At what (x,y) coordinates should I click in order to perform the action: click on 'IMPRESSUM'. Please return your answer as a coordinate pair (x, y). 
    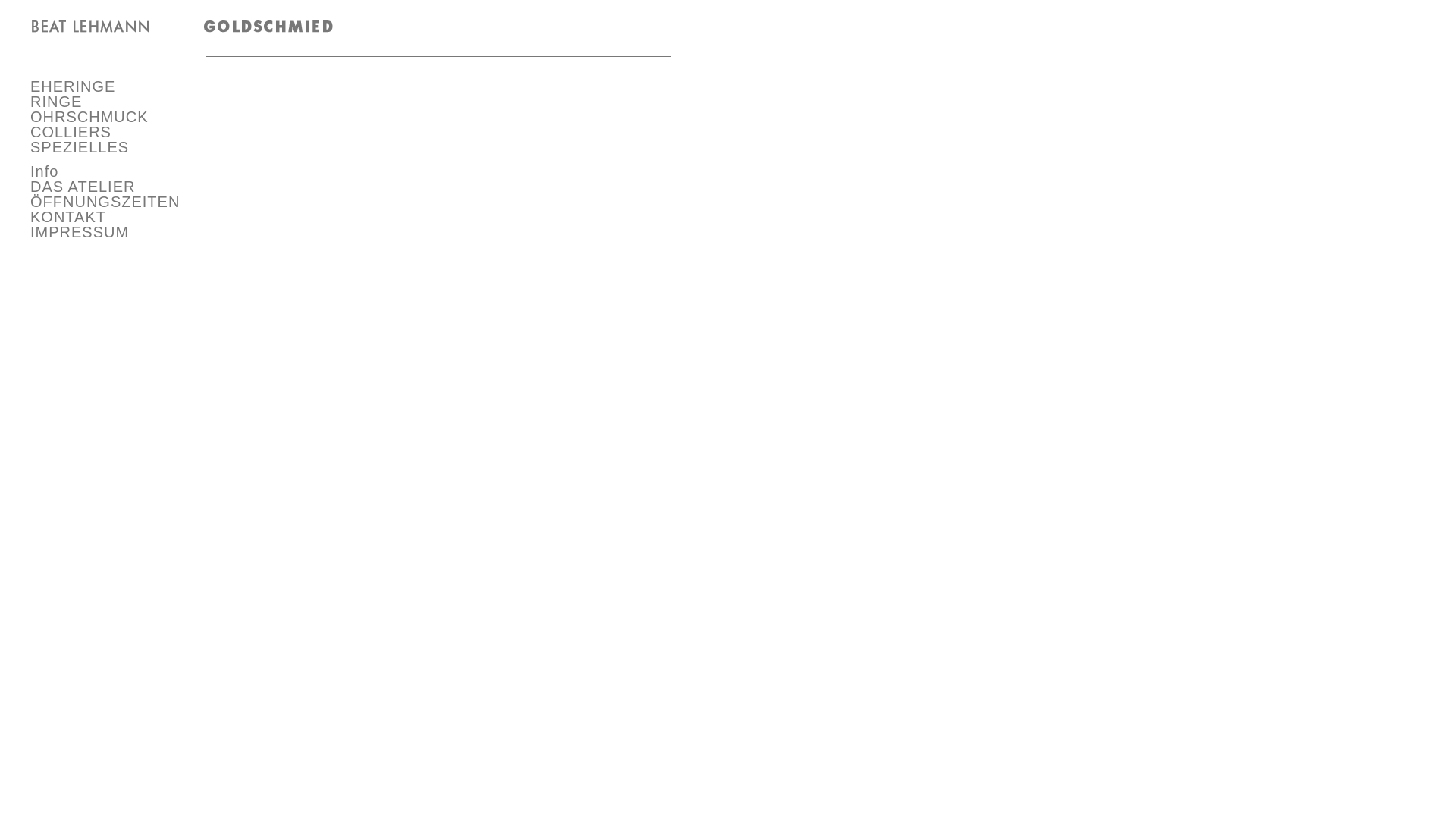
    Looking at the image, I should click on (79, 231).